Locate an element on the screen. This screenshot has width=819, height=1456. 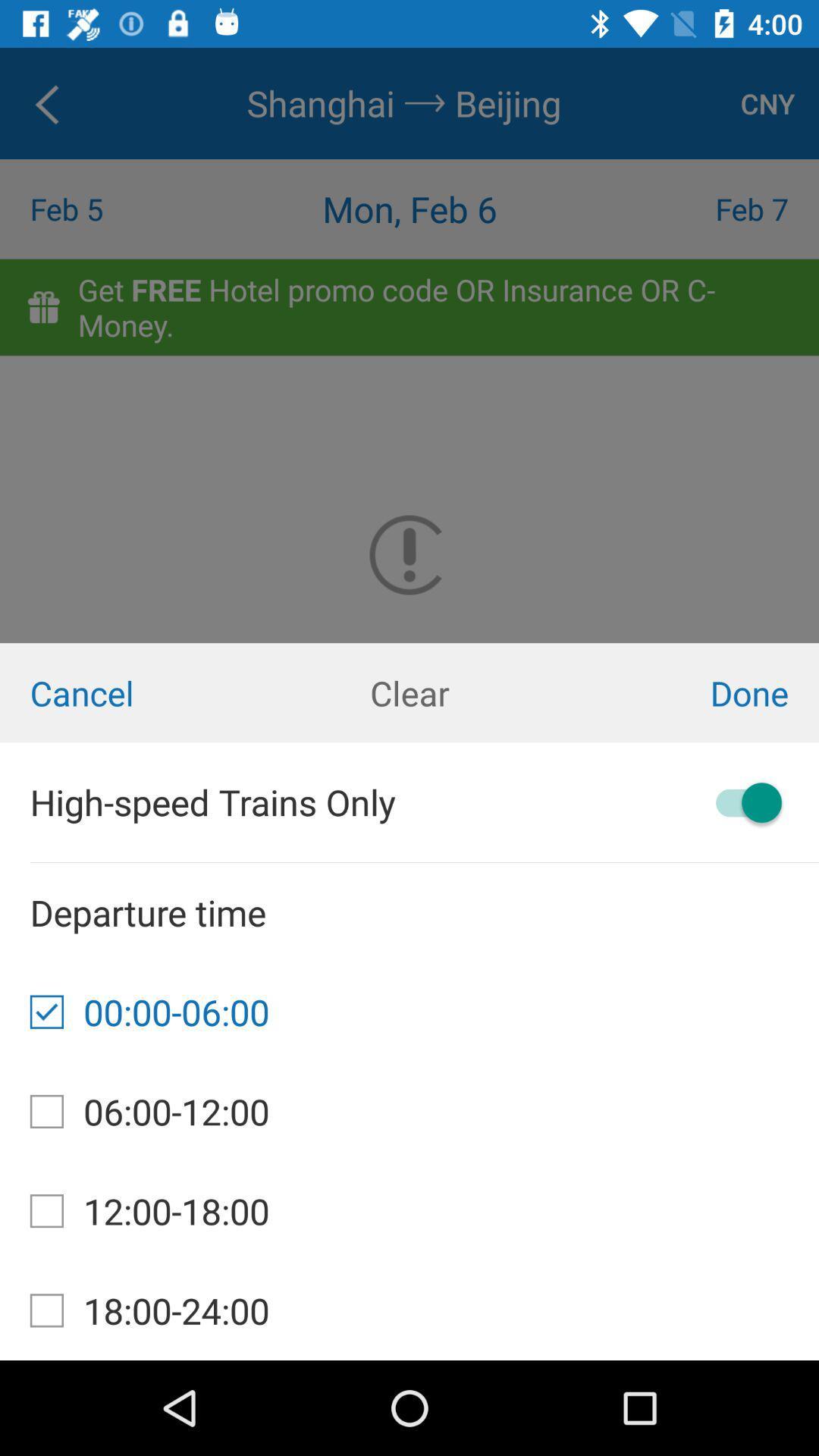
item above the high speed trains is located at coordinates (409, 692).